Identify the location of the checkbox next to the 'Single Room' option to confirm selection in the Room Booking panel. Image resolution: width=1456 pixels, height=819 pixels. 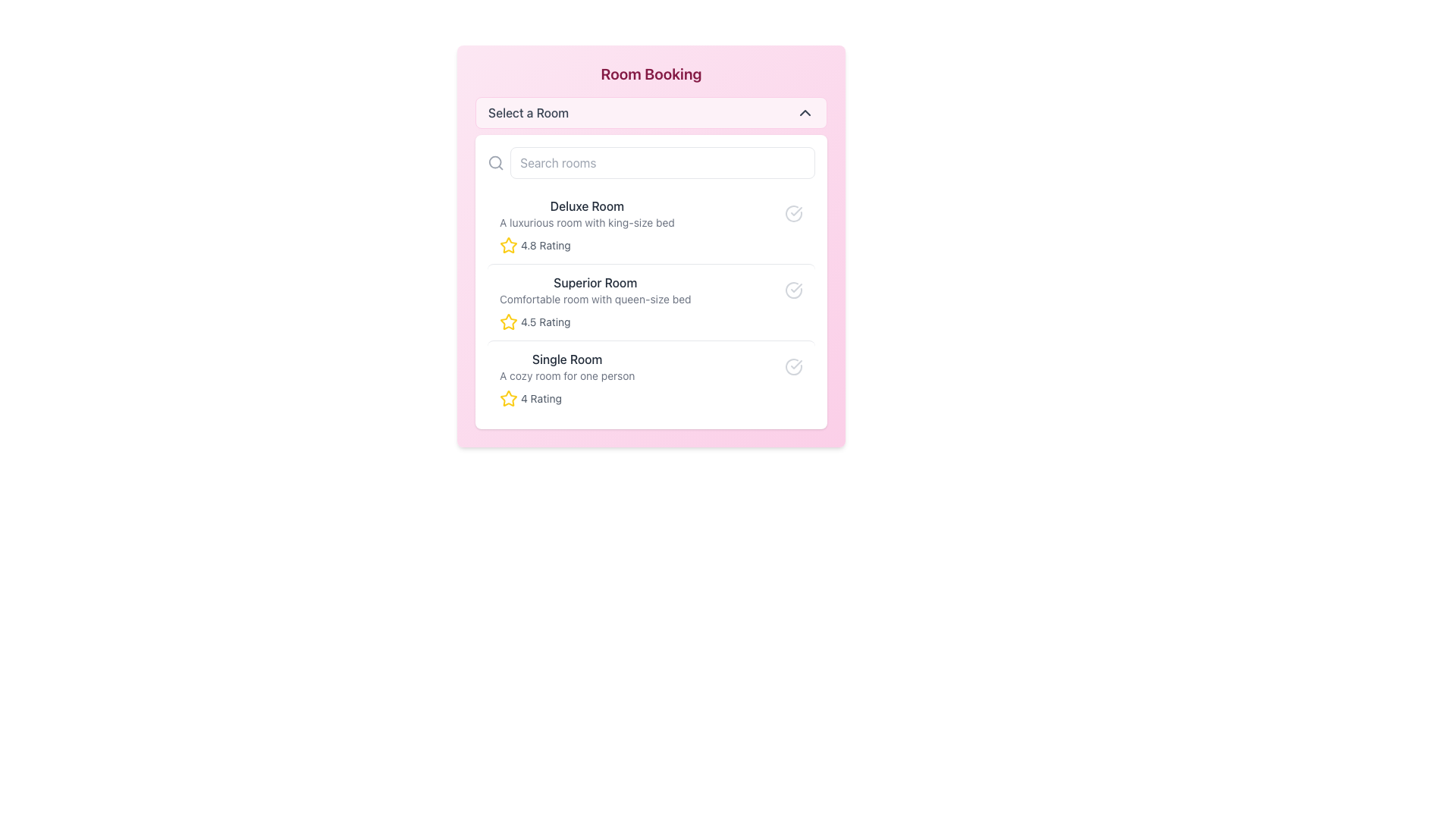
(651, 366).